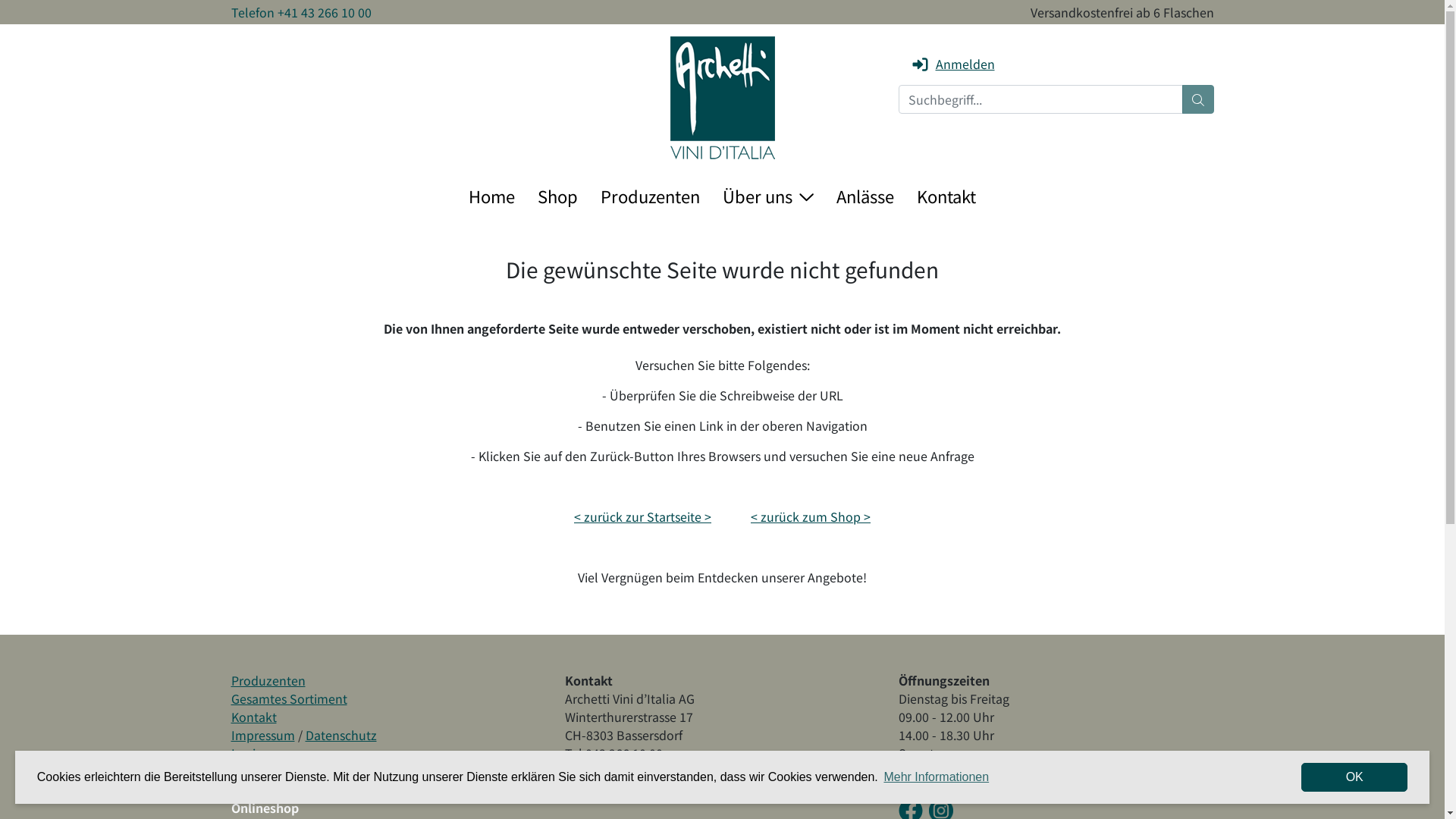 This screenshot has height=819, width=1456. Describe the element at coordinates (262, 733) in the screenshot. I see `'Impressum'` at that location.